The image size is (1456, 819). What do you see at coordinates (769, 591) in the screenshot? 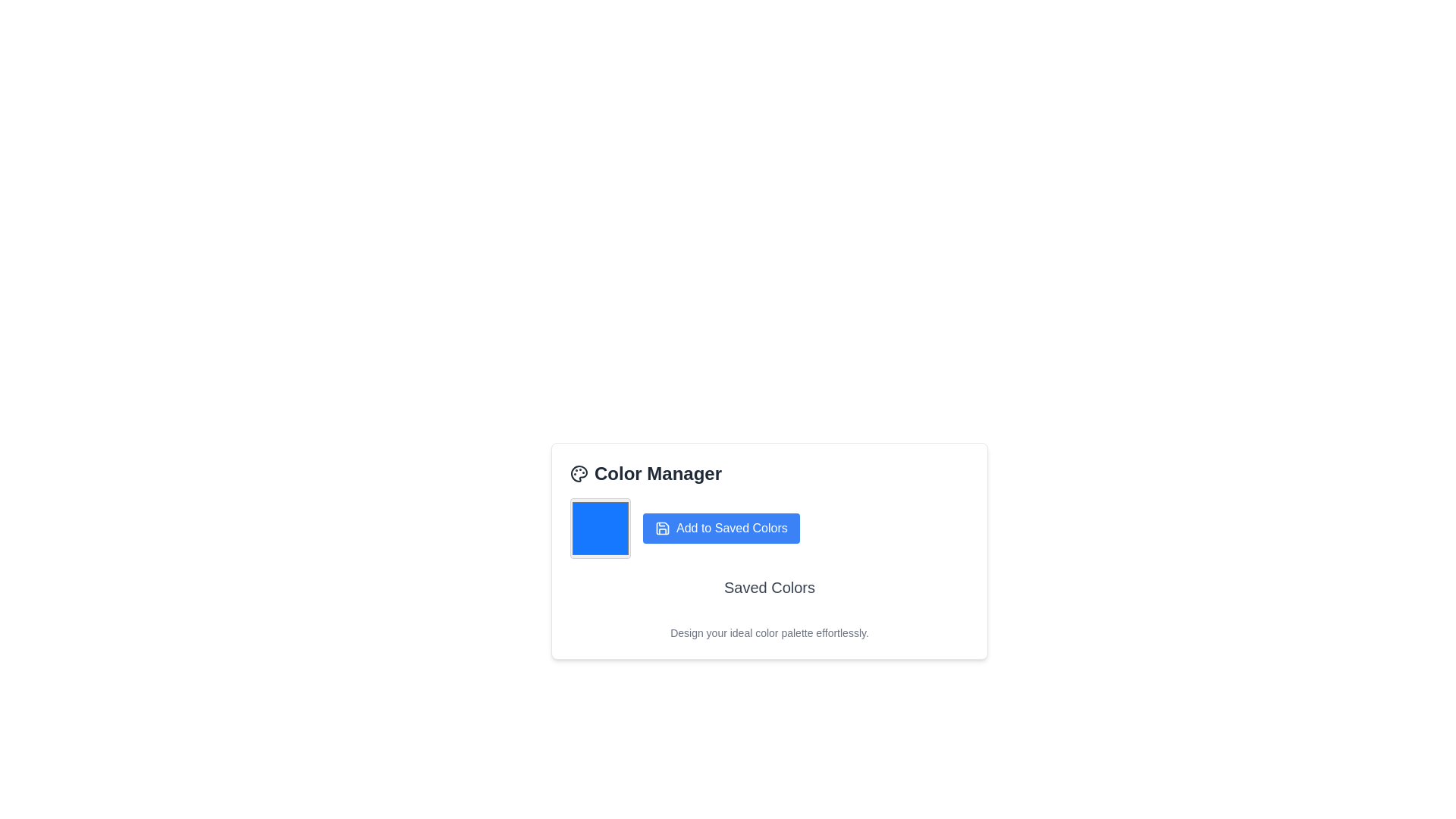
I see `the static text label element reading 'Saved Colors', which is styled in bold gray font and positioned within a white card interface, located below the 'Add to Saved Colors' button` at bounding box center [769, 591].